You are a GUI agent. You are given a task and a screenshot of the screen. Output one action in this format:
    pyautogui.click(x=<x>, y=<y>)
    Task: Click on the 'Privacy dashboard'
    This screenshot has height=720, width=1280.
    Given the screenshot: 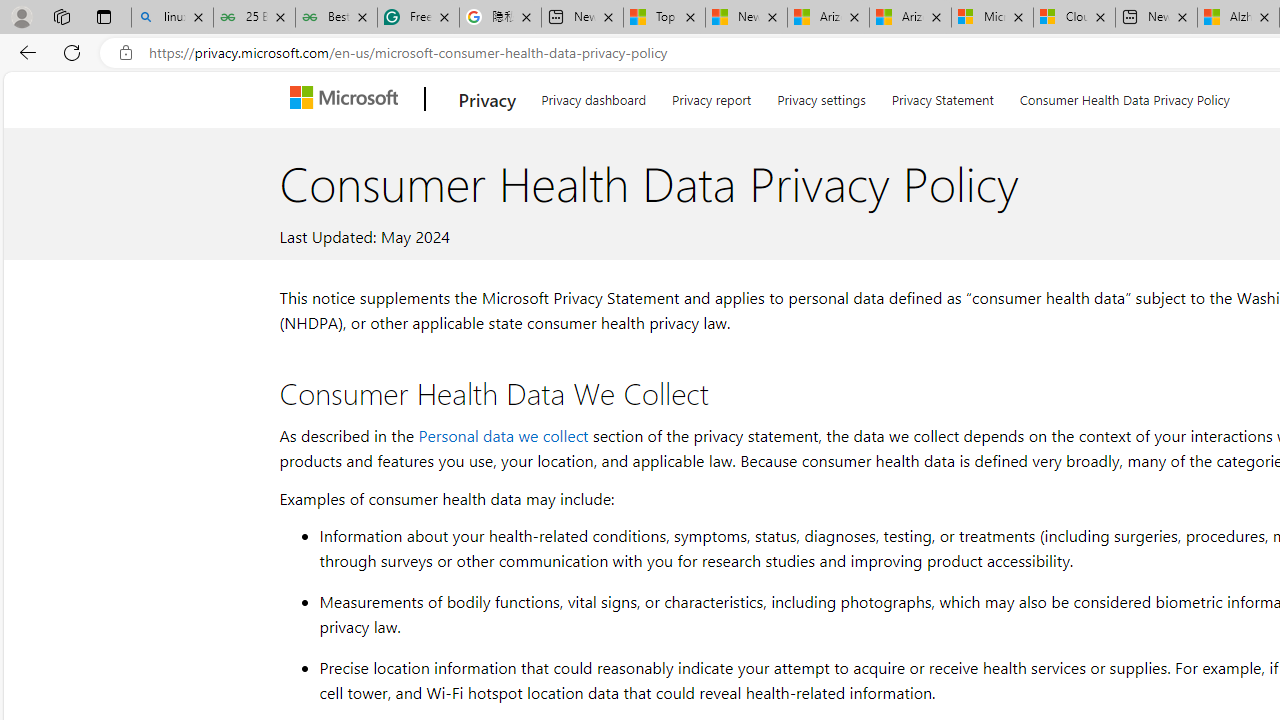 What is the action you would take?
    pyautogui.click(x=592, y=96)
    